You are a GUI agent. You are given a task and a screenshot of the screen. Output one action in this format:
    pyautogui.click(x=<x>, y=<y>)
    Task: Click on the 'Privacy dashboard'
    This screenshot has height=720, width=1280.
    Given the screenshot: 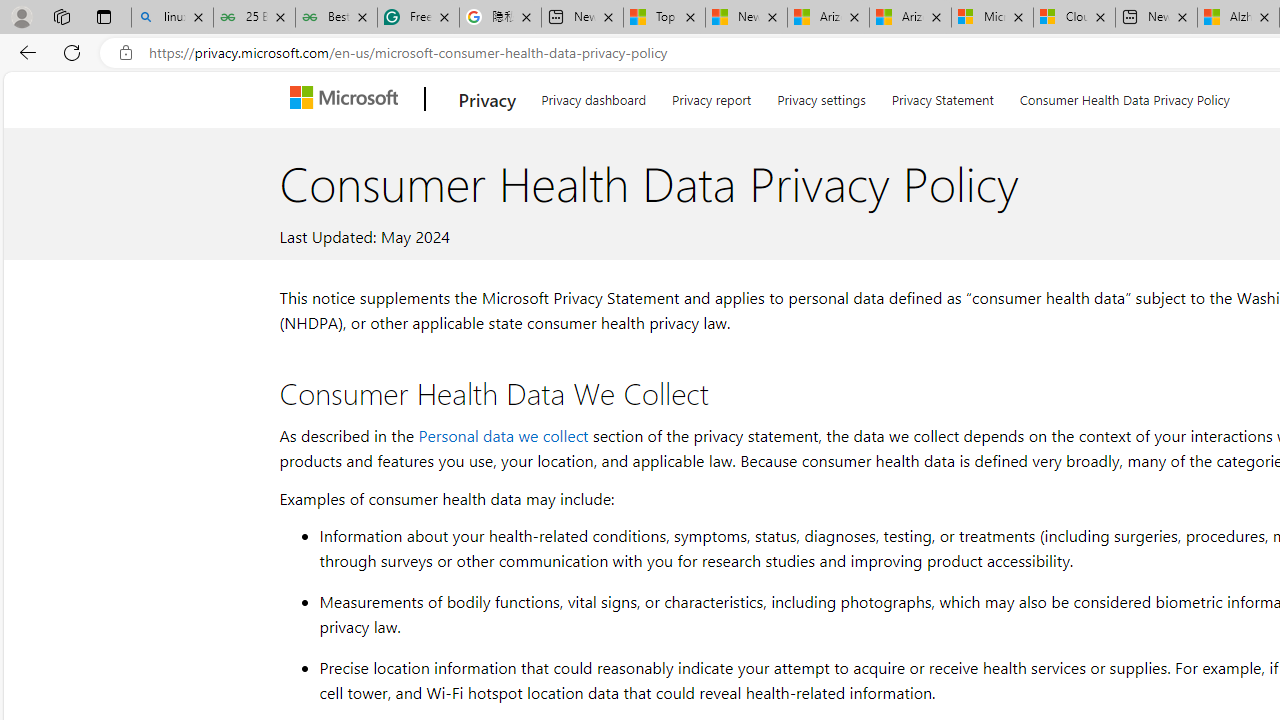 What is the action you would take?
    pyautogui.click(x=592, y=96)
    